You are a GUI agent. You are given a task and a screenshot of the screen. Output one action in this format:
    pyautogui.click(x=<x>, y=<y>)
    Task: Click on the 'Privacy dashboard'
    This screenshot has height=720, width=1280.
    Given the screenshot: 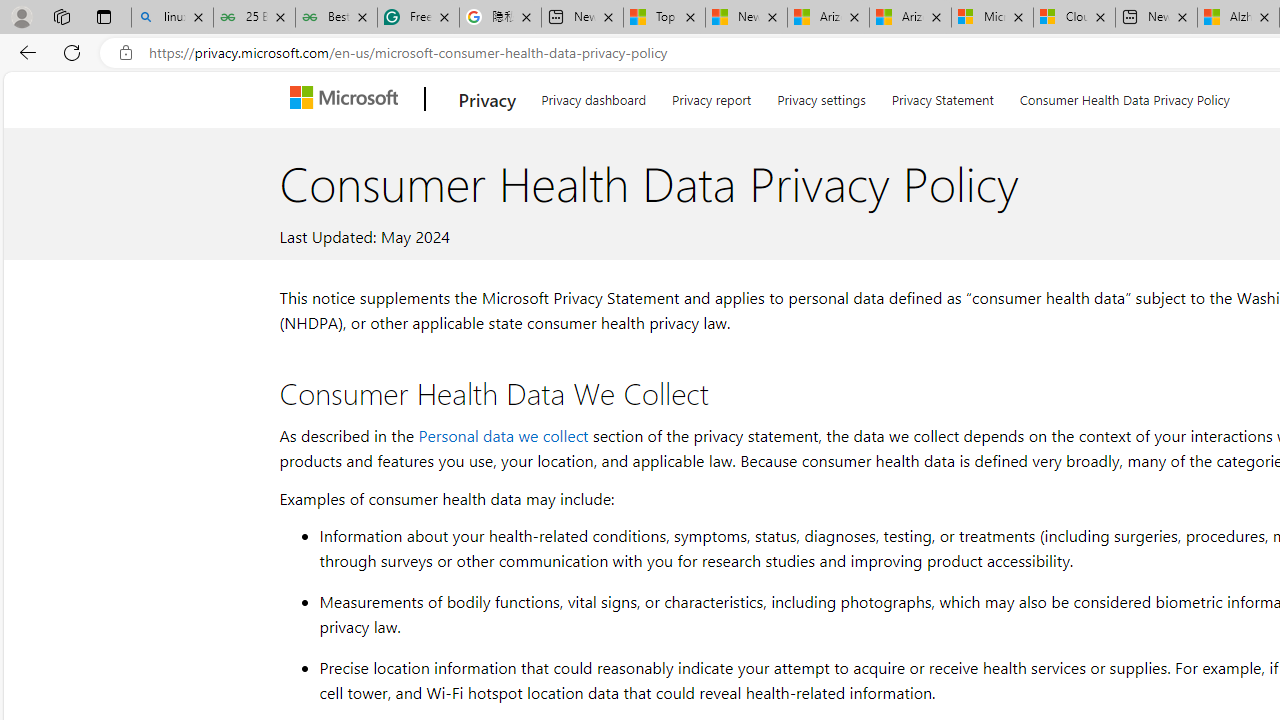 What is the action you would take?
    pyautogui.click(x=592, y=96)
    